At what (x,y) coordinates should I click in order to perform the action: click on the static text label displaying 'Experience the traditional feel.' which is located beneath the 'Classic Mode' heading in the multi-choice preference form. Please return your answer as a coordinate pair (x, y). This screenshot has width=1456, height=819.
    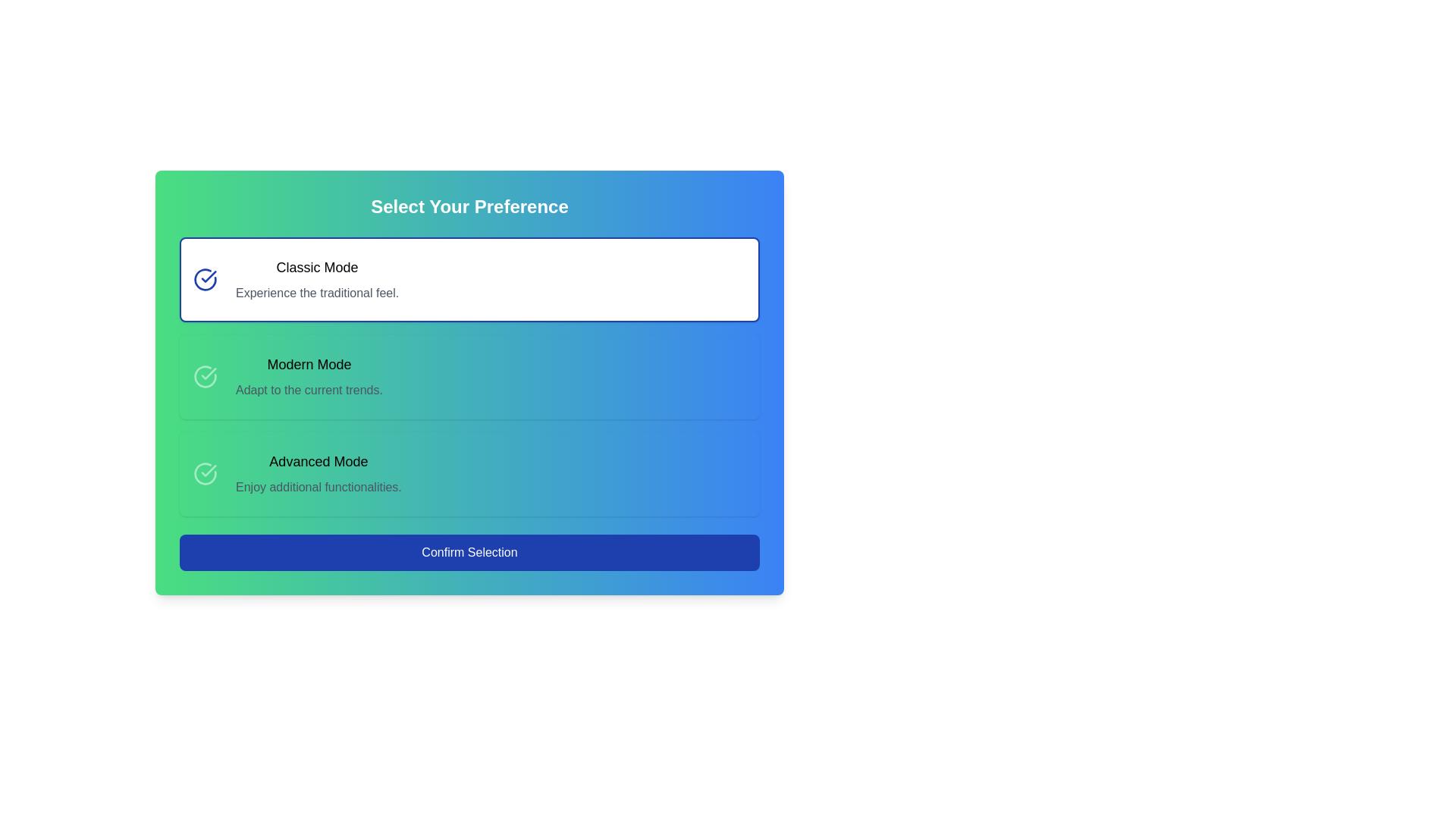
    Looking at the image, I should click on (316, 293).